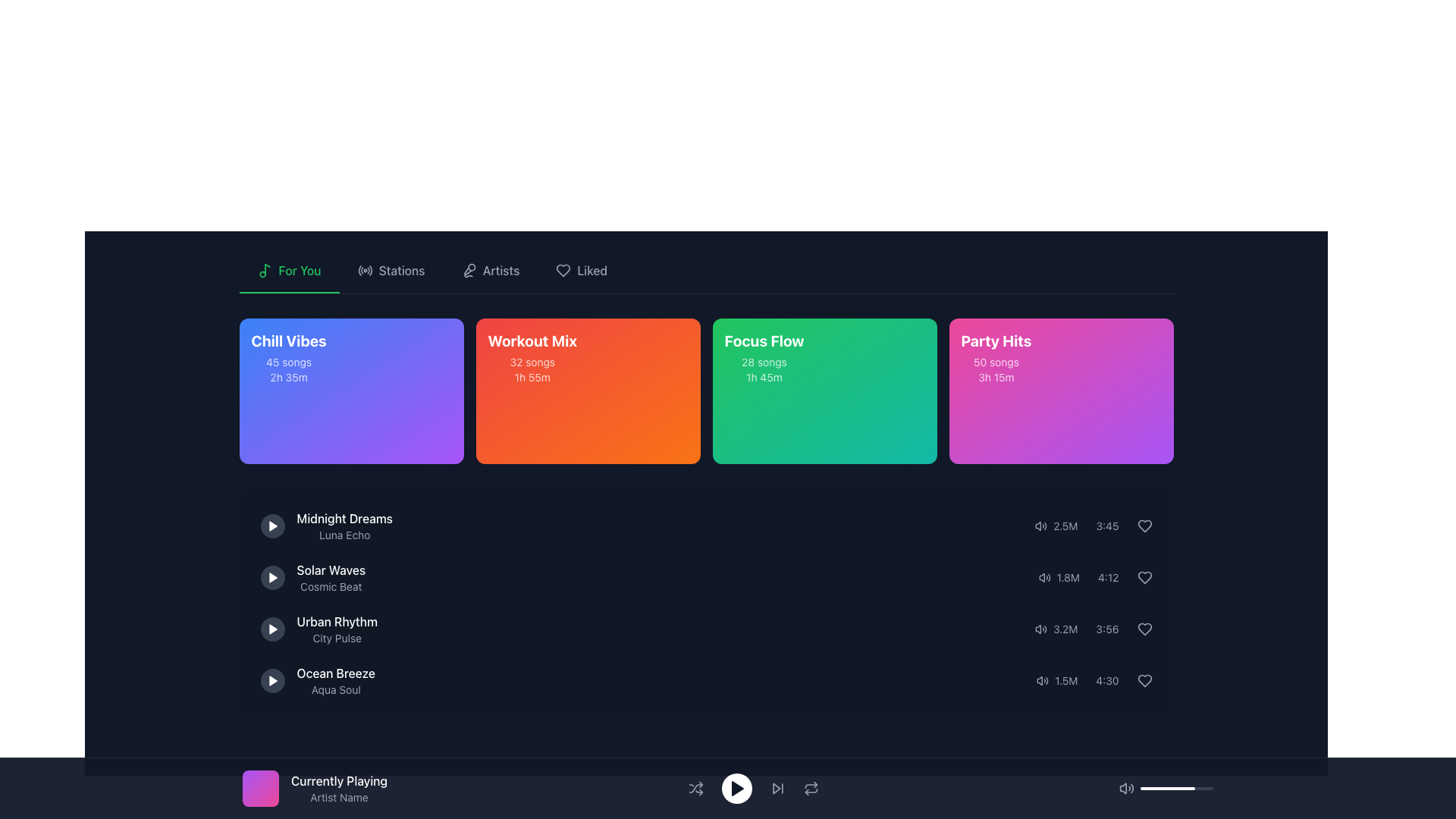 The width and height of the screenshot is (1456, 819). Describe the element at coordinates (1158, 788) in the screenshot. I see `the volume` at that location.